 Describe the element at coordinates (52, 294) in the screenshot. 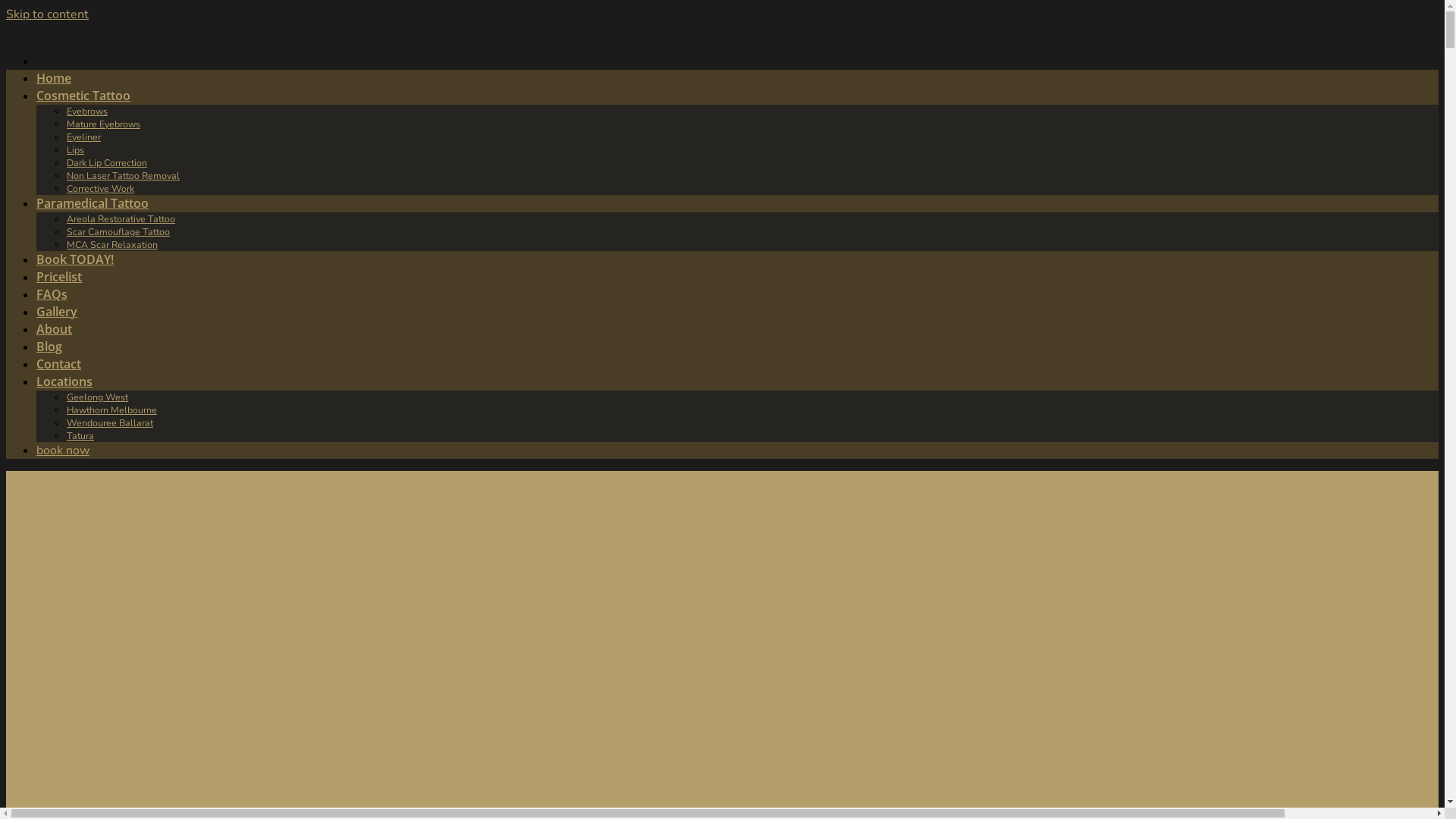

I see `'FAQs'` at that location.